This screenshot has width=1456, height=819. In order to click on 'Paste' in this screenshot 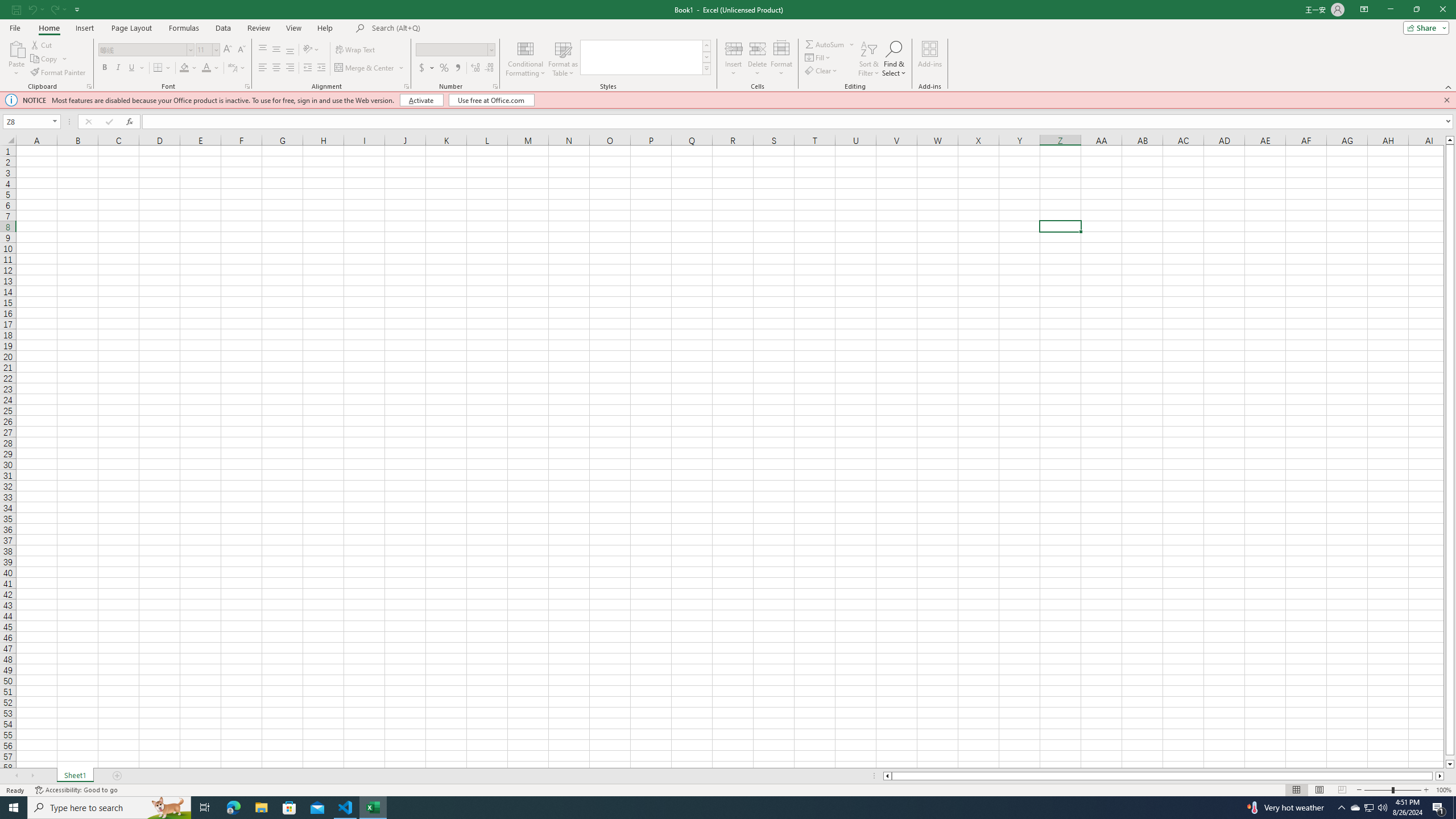, I will do `click(16, 48)`.